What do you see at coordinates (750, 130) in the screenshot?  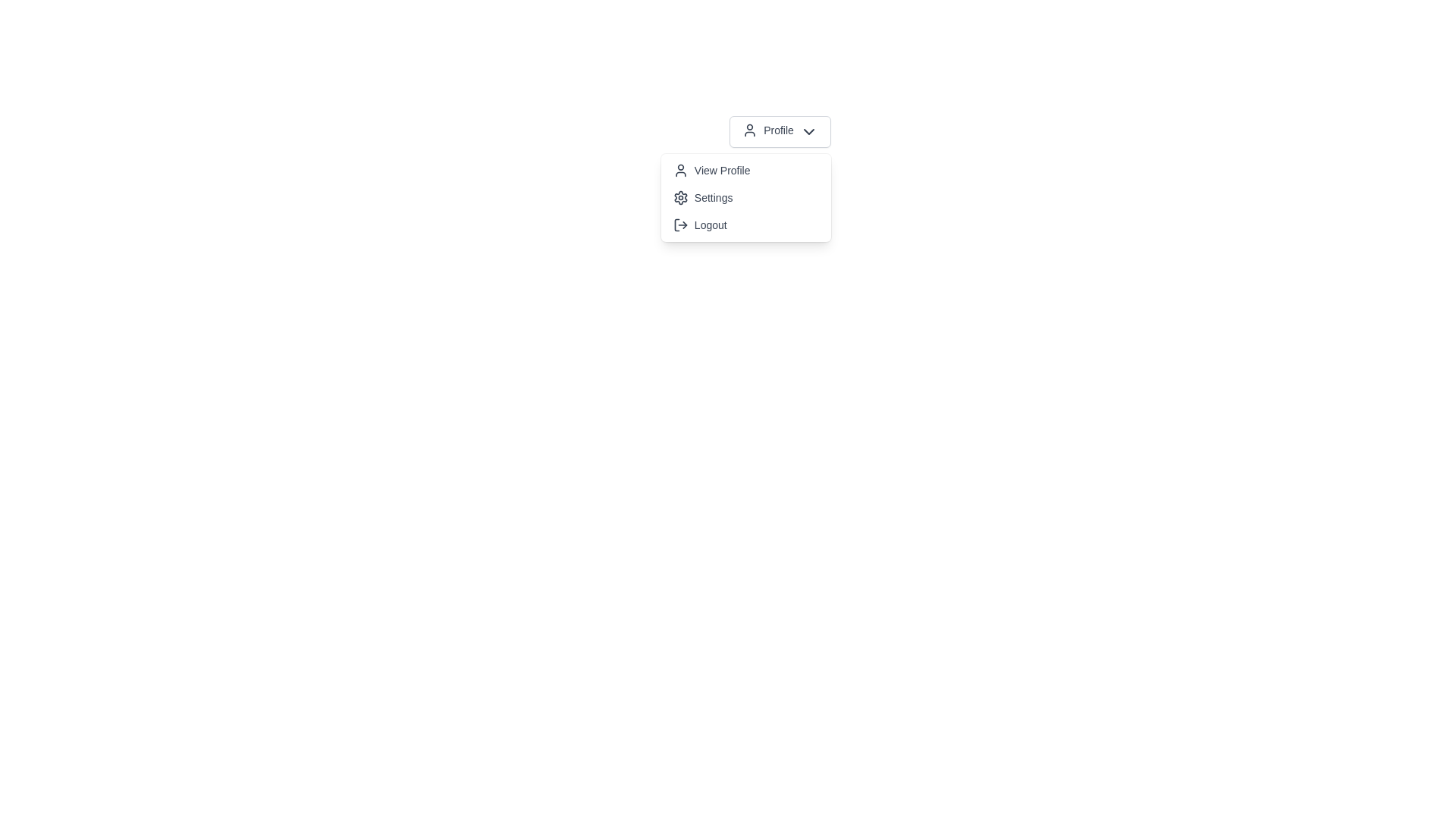 I see `the user's profile icon, which is a circular head with a semi-circular body, located to the left of the text 'Profile' in the dropdown menu` at bounding box center [750, 130].